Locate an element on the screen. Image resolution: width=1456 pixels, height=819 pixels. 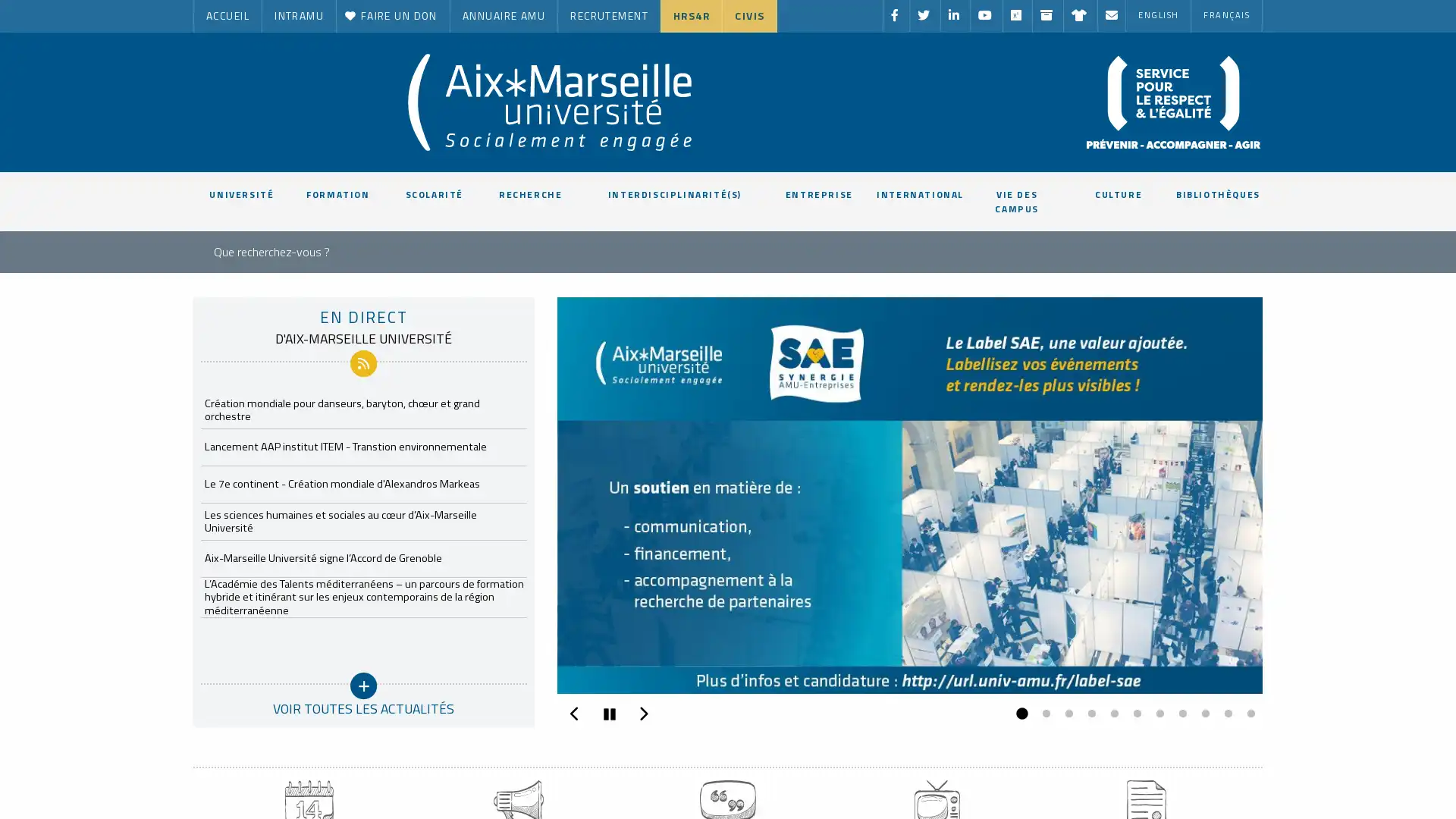
Recherche is located at coordinates (622, 248).